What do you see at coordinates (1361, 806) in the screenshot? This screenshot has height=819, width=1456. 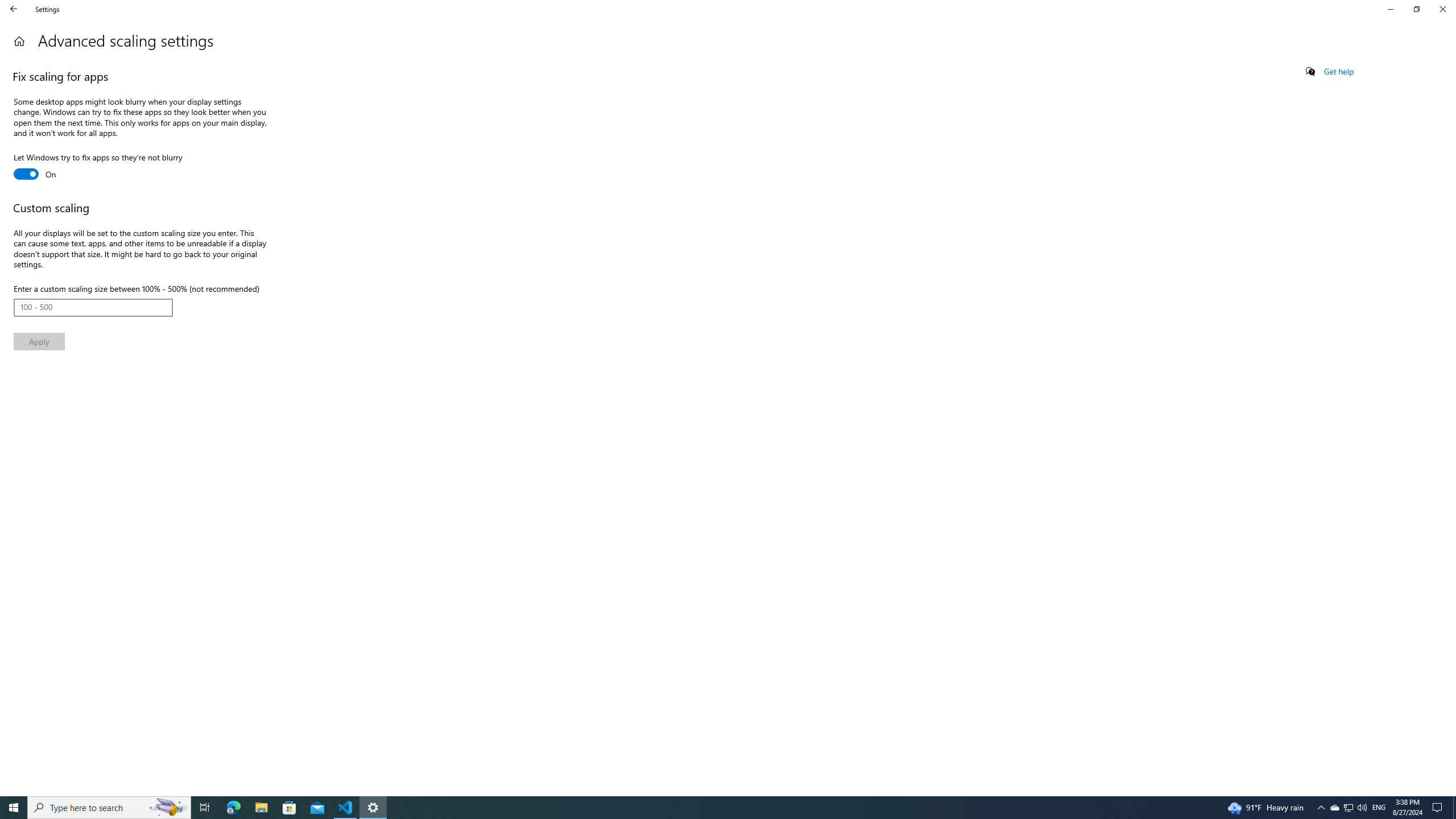 I see `'Q2790: 100%'` at bounding box center [1361, 806].